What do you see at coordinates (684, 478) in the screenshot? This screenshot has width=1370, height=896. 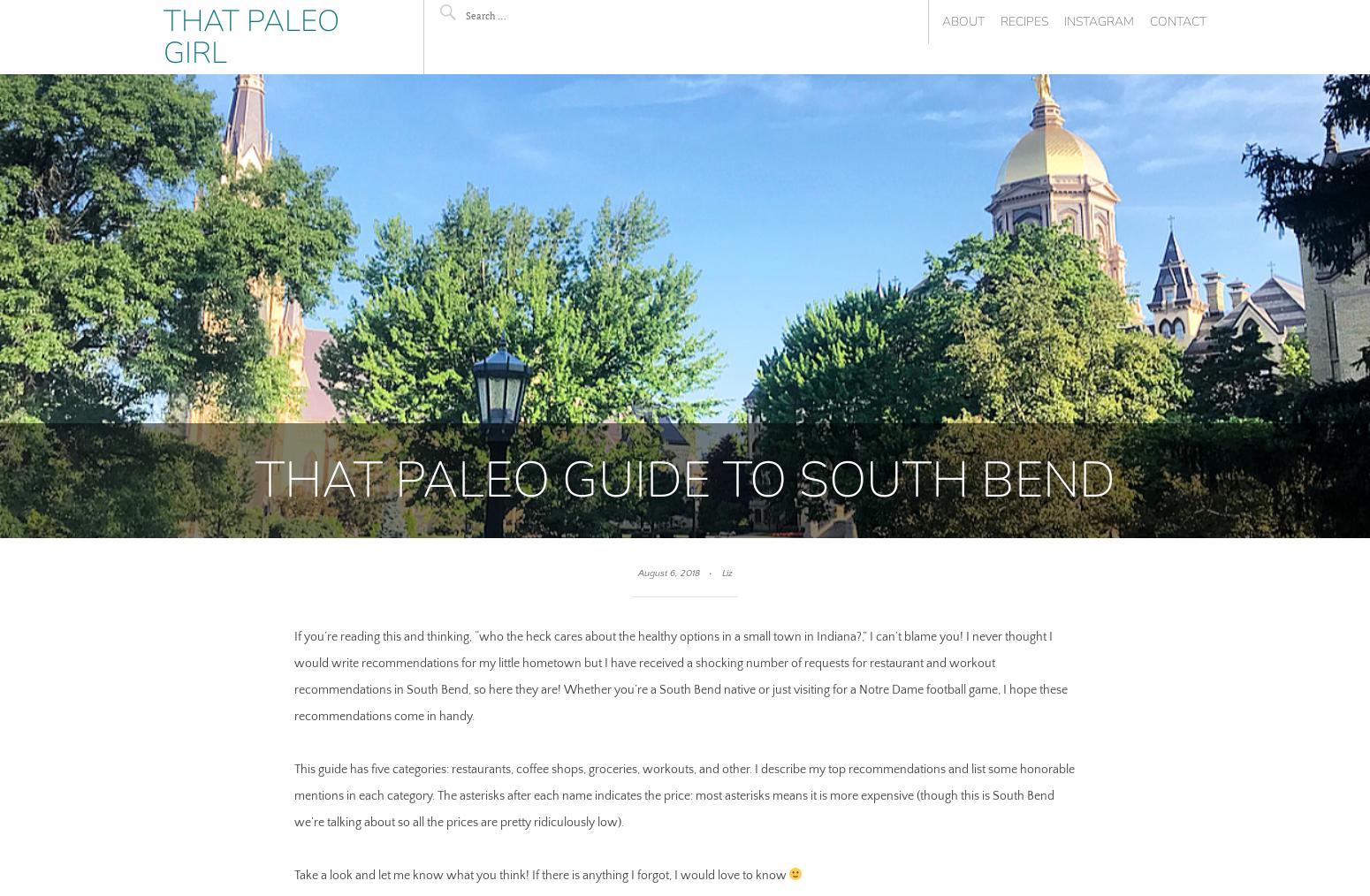 I see `'That Paleo Guide to South Bend'` at bounding box center [684, 478].